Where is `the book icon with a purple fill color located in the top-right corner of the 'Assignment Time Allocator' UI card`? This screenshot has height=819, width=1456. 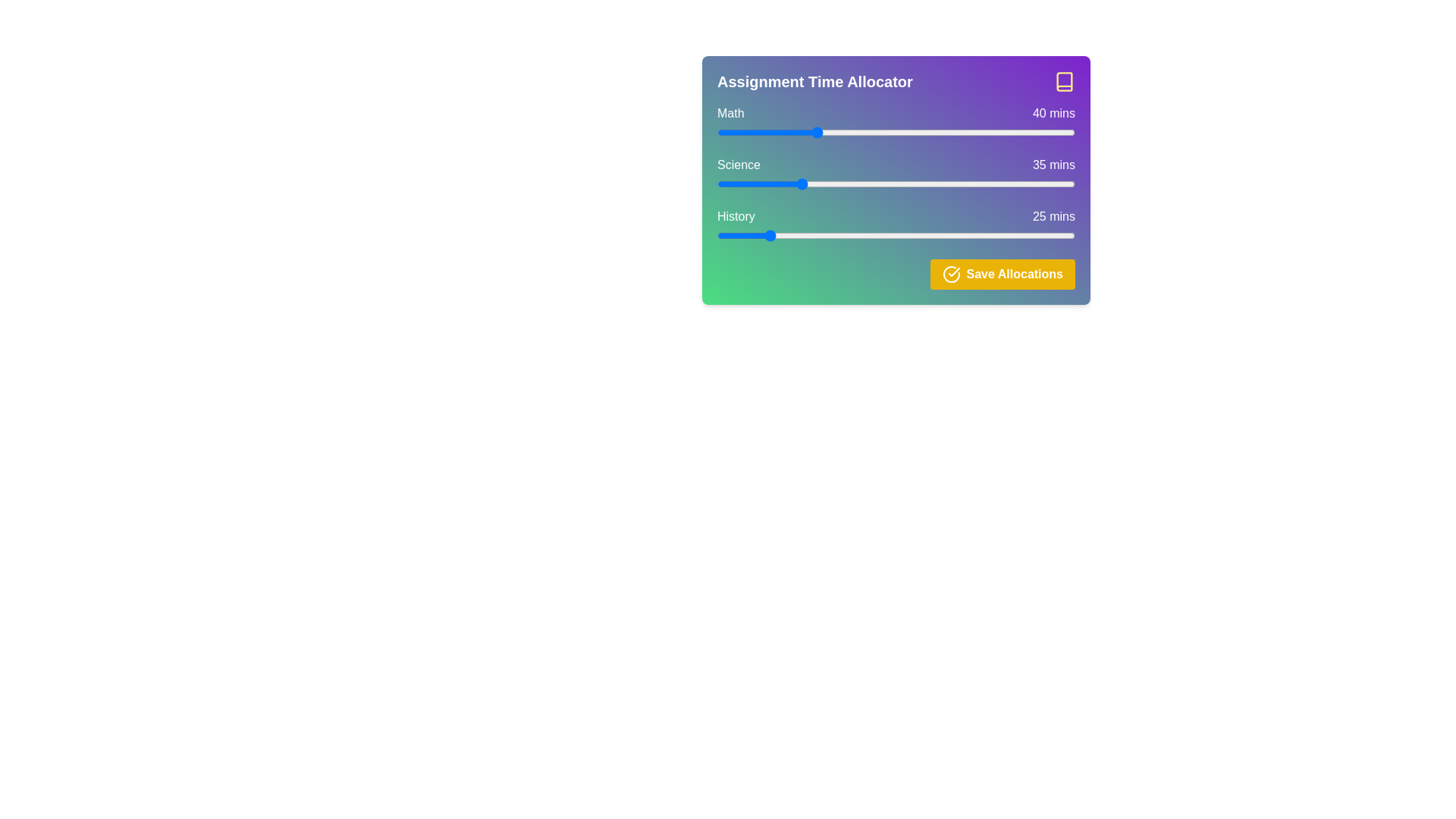
the book icon with a purple fill color located in the top-right corner of the 'Assignment Time Allocator' UI card is located at coordinates (1063, 82).